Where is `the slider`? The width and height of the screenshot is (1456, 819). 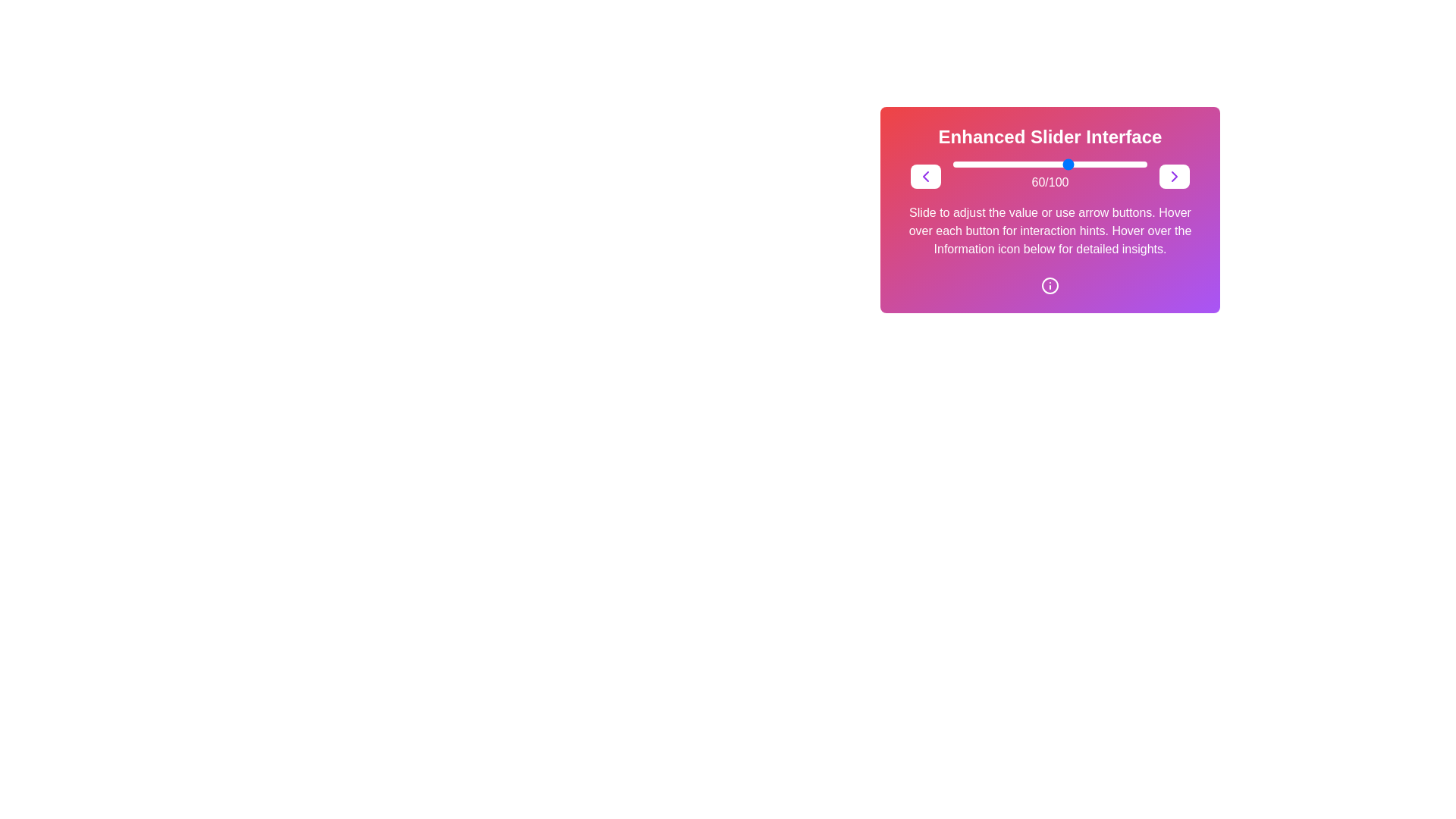 the slider is located at coordinates (965, 164).